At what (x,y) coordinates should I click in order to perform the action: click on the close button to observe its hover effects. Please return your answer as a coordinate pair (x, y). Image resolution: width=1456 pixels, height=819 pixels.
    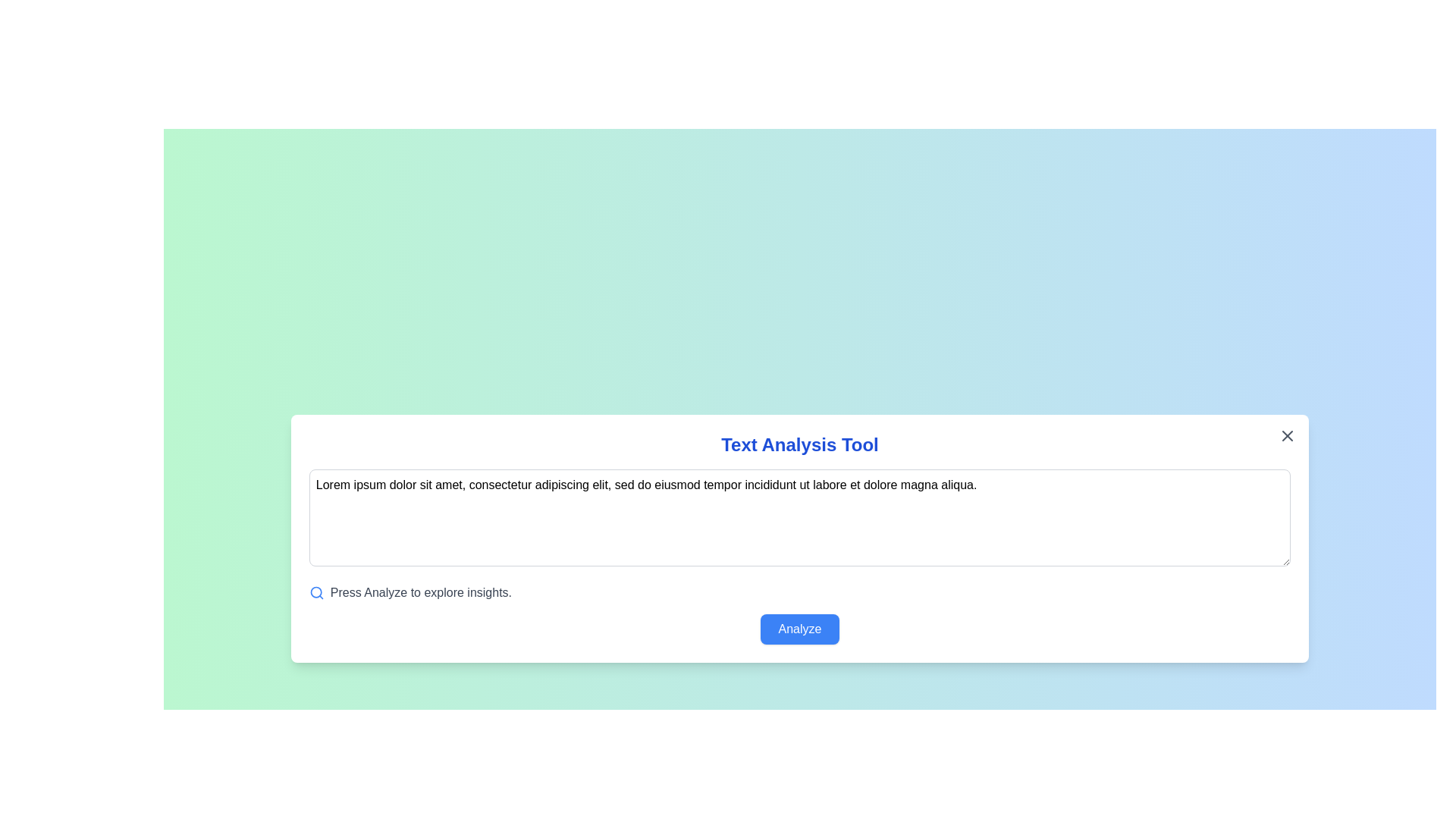
    Looking at the image, I should click on (1287, 435).